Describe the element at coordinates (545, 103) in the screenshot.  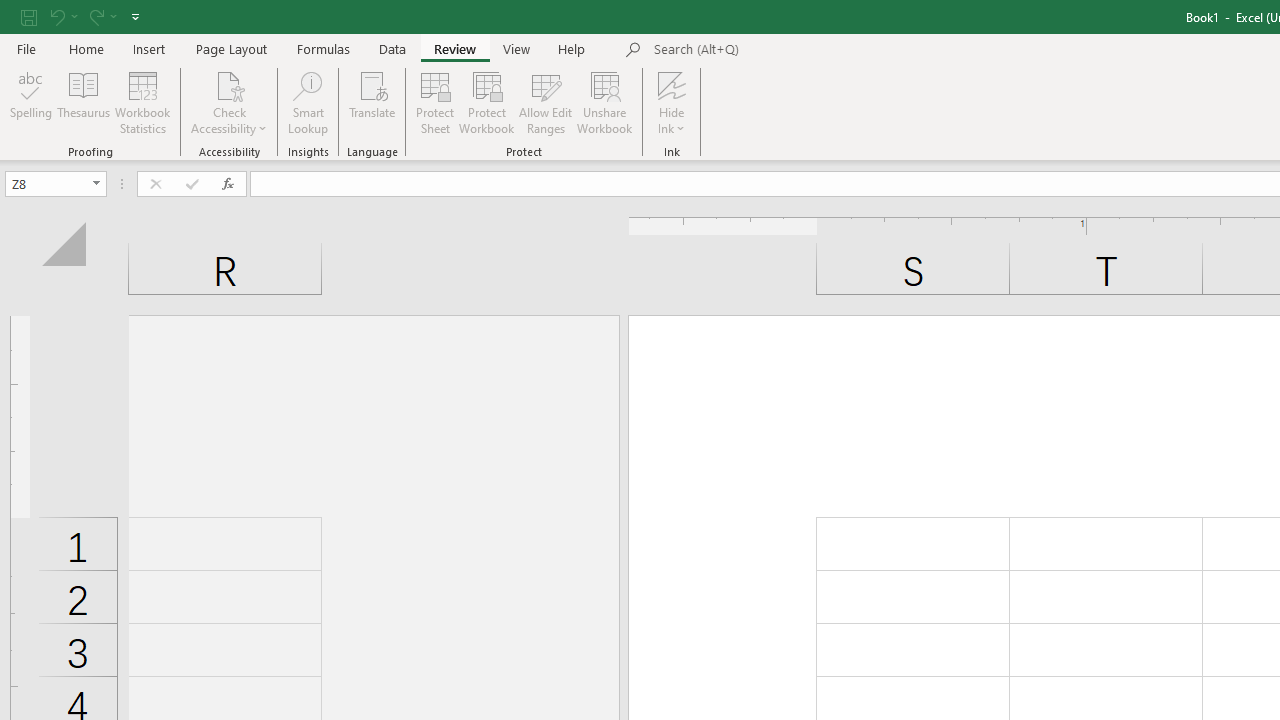
I see `'Allow Edit Ranges'` at that location.